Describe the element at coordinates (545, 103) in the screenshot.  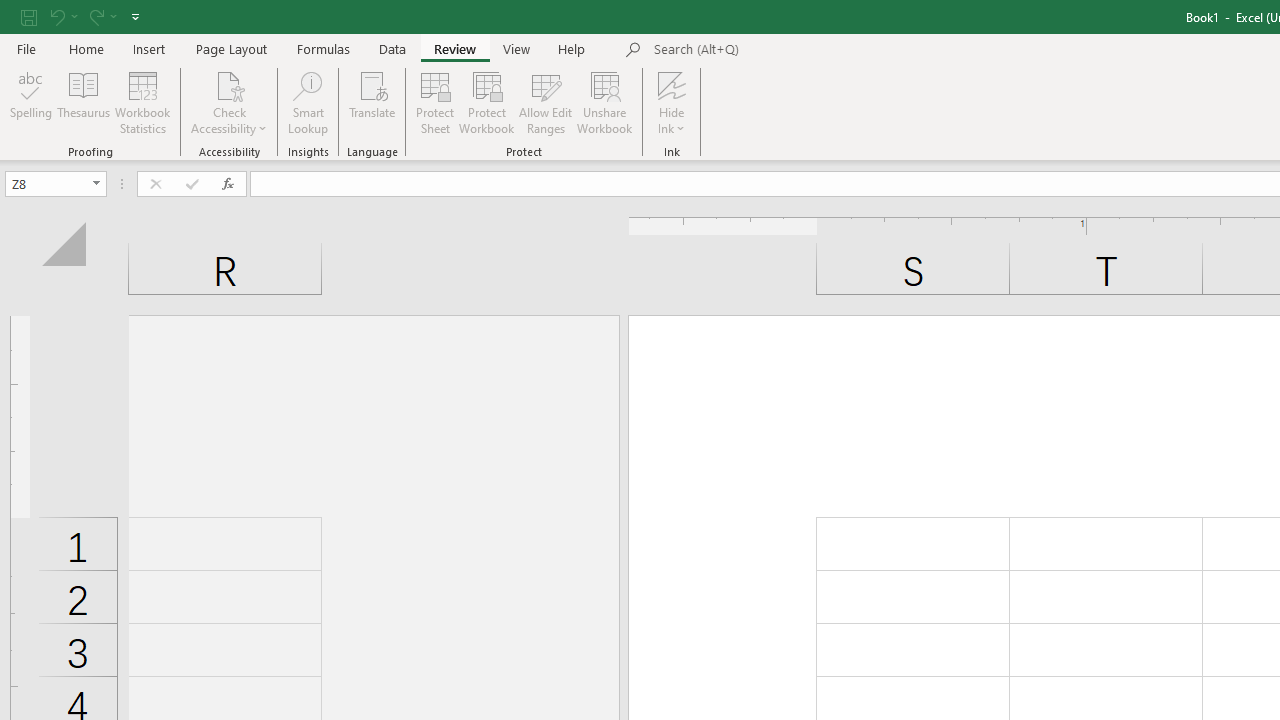
I see `'Allow Edit Ranges'` at that location.